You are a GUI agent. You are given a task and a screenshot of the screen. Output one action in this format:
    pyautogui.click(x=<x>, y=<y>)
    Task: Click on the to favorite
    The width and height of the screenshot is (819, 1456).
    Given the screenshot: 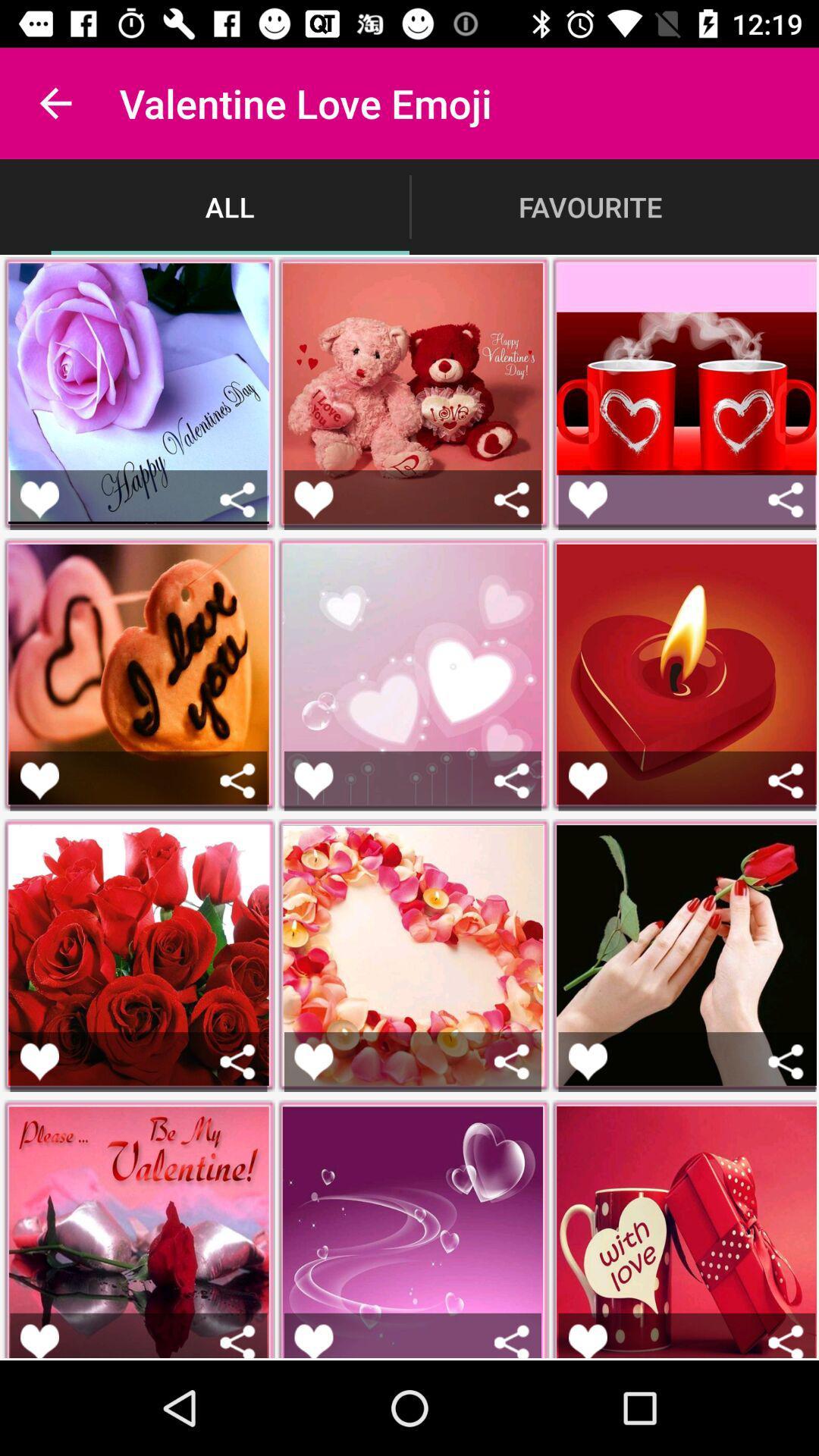 What is the action you would take?
    pyautogui.click(x=312, y=780)
    